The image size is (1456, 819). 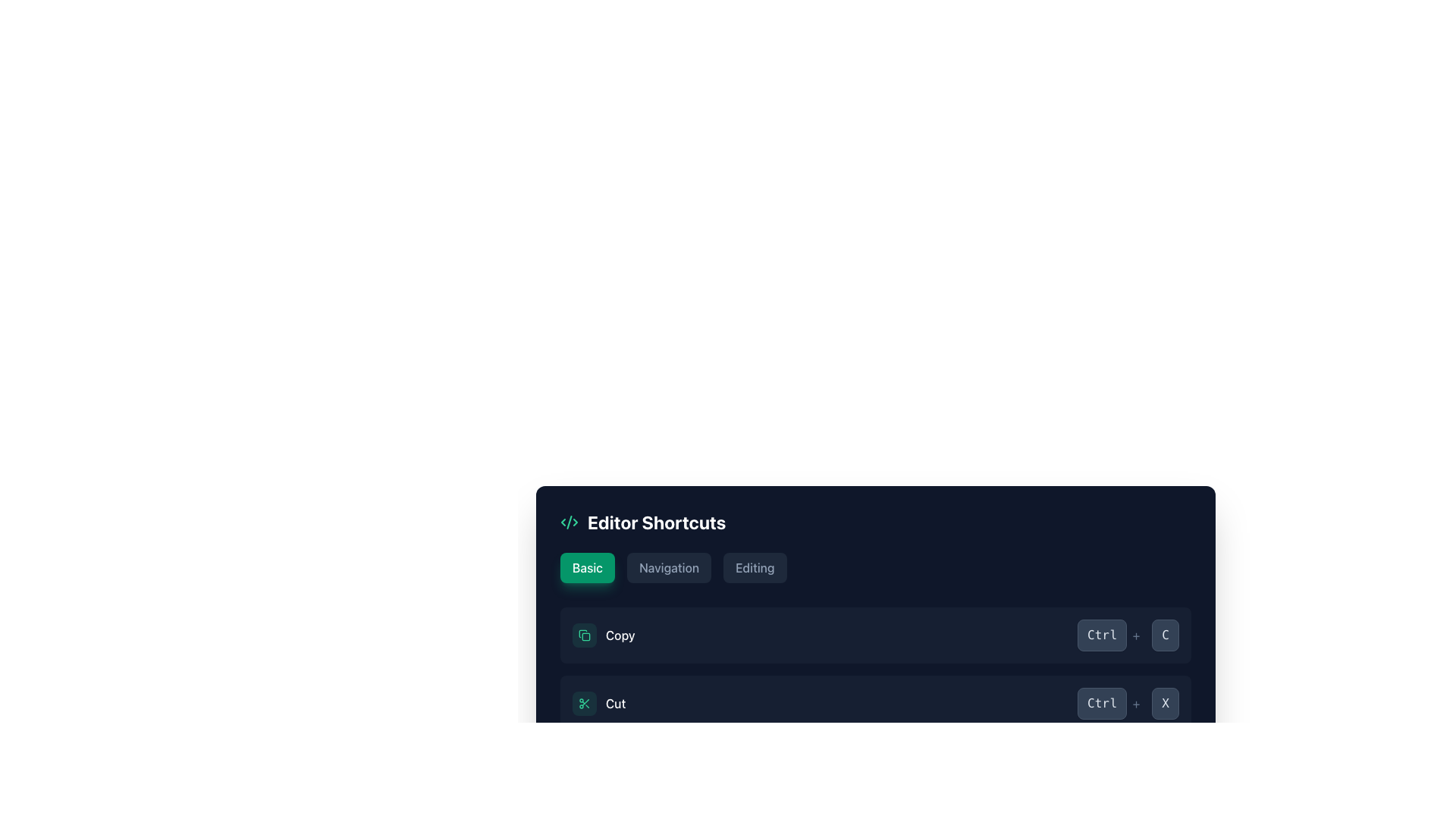 I want to click on the label representing the 'Ctrl+' keyboard shortcut in the 'Ctrl+C' combination, located in the second row of the list-like setup, so click(x=1112, y=635).